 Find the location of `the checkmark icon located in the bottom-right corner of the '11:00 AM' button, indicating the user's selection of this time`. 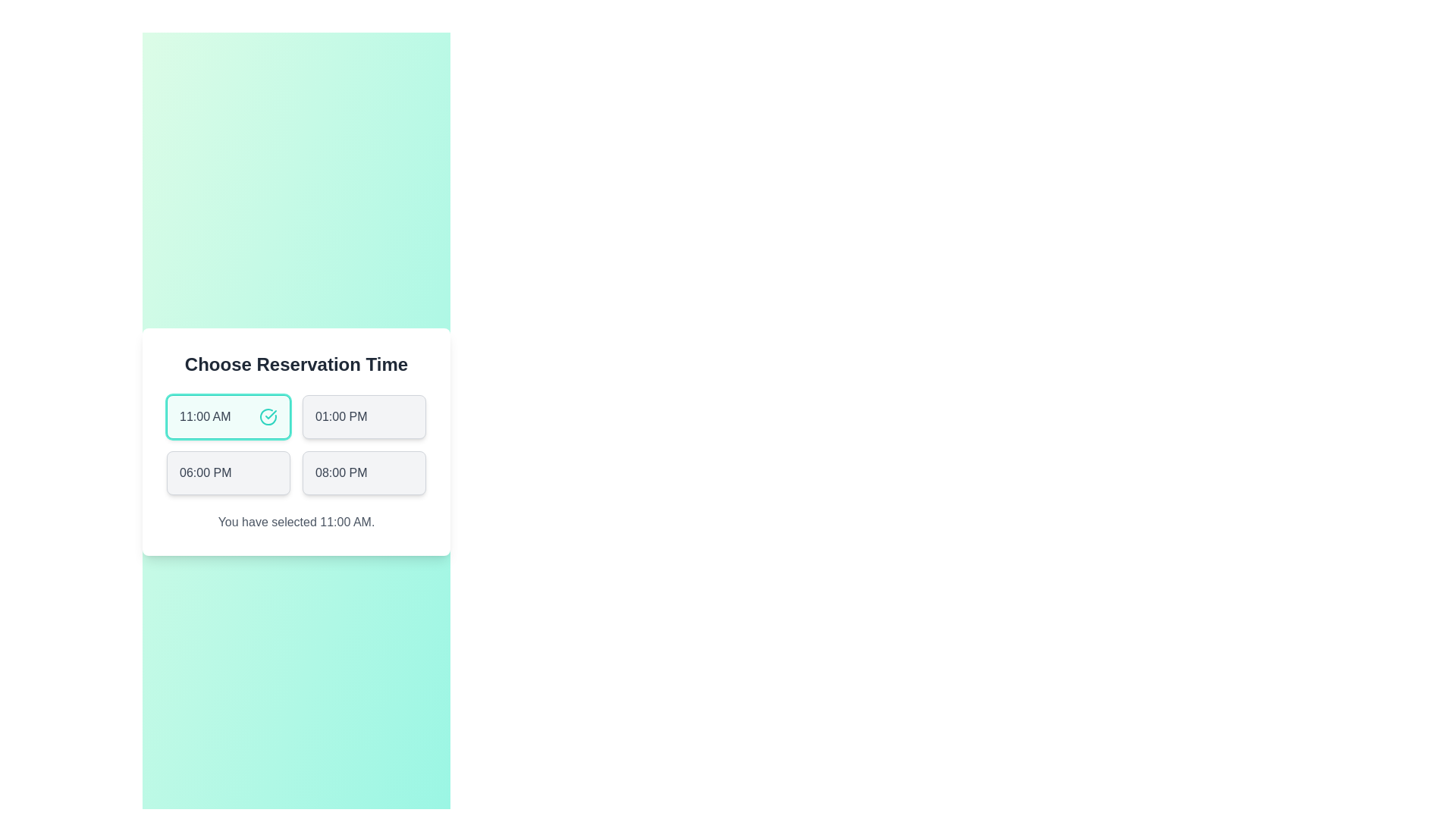

the checkmark icon located in the bottom-right corner of the '11:00 AM' button, indicating the user's selection of this time is located at coordinates (268, 417).